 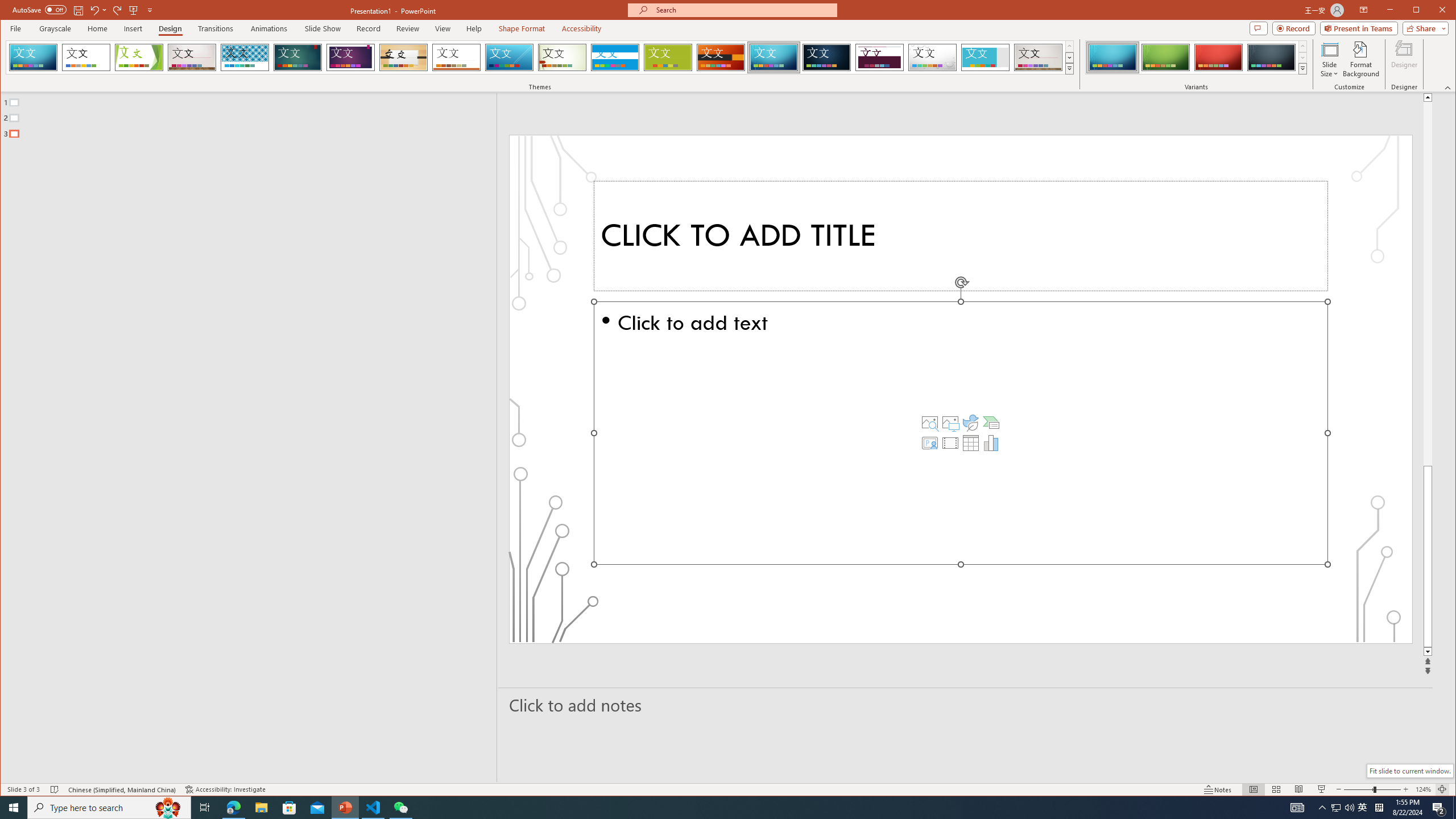 What do you see at coordinates (827, 57) in the screenshot?
I see `'Damask'` at bounding box center [827, 57].